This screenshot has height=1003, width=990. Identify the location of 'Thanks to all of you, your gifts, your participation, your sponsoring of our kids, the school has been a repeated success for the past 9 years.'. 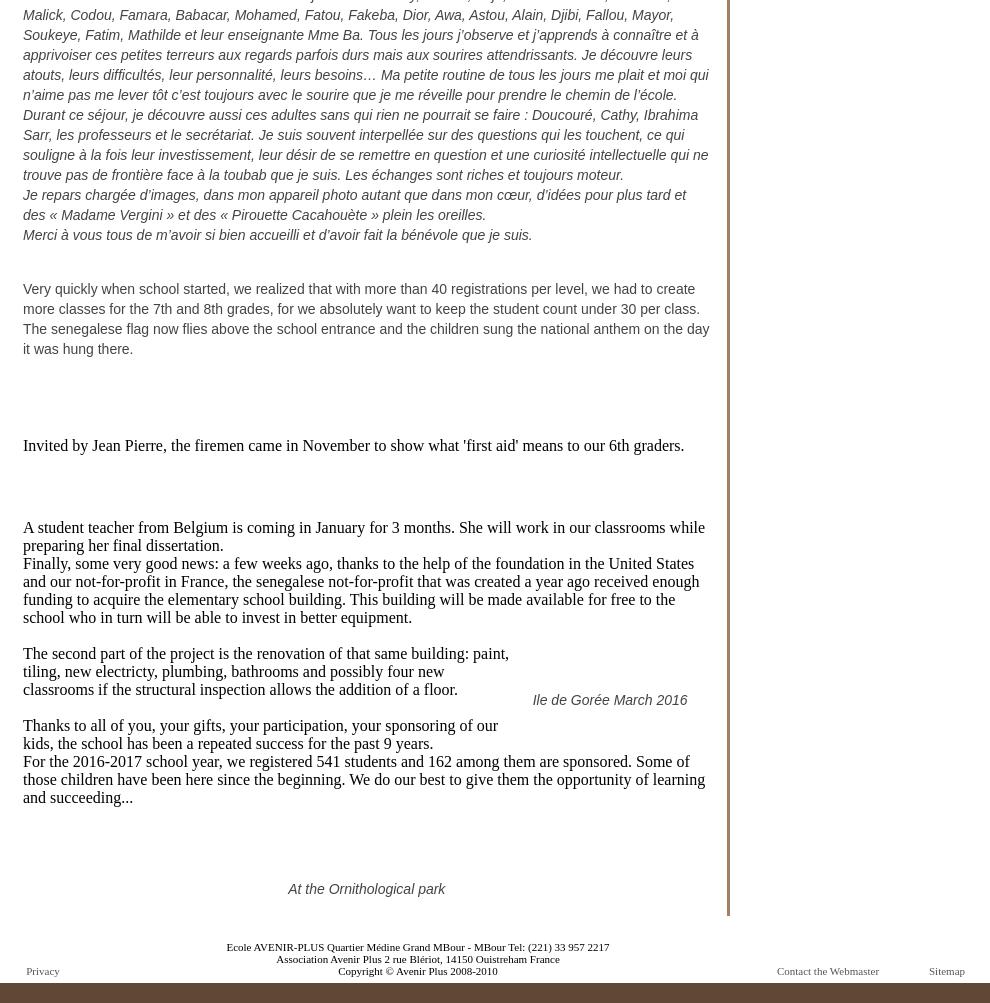
(21, 733).